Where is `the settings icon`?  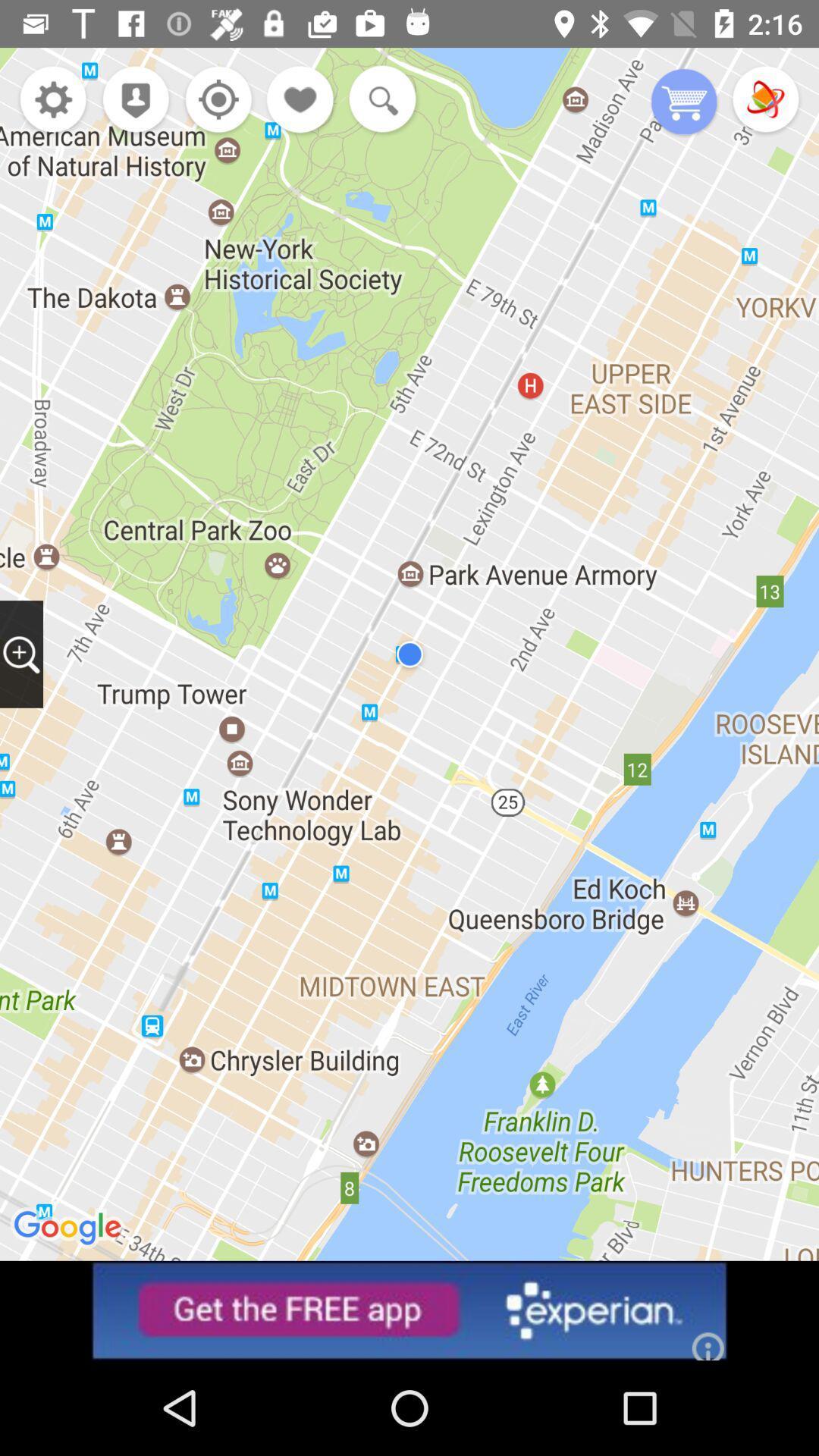
the settings icon is located at coordinates (52, 100).